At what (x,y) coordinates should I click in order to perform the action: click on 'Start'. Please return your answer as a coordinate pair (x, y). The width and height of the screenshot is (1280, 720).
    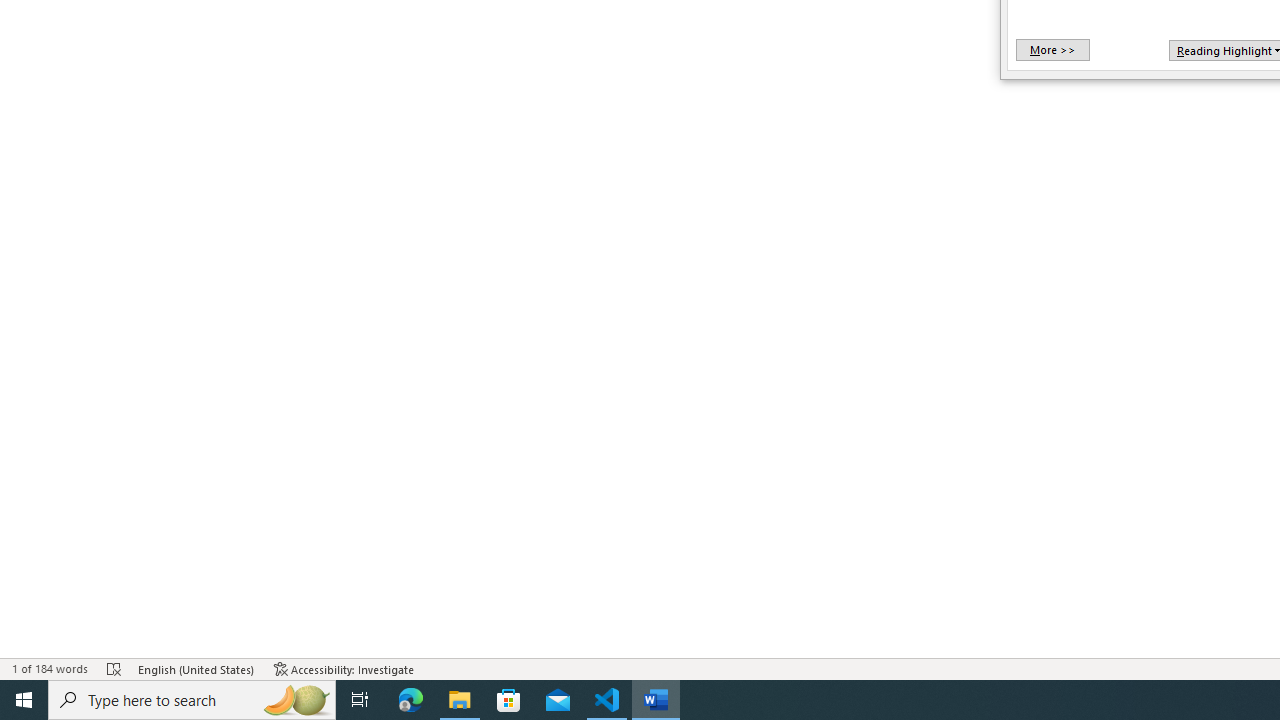
    Looking at the image, I should click on (24, 698).